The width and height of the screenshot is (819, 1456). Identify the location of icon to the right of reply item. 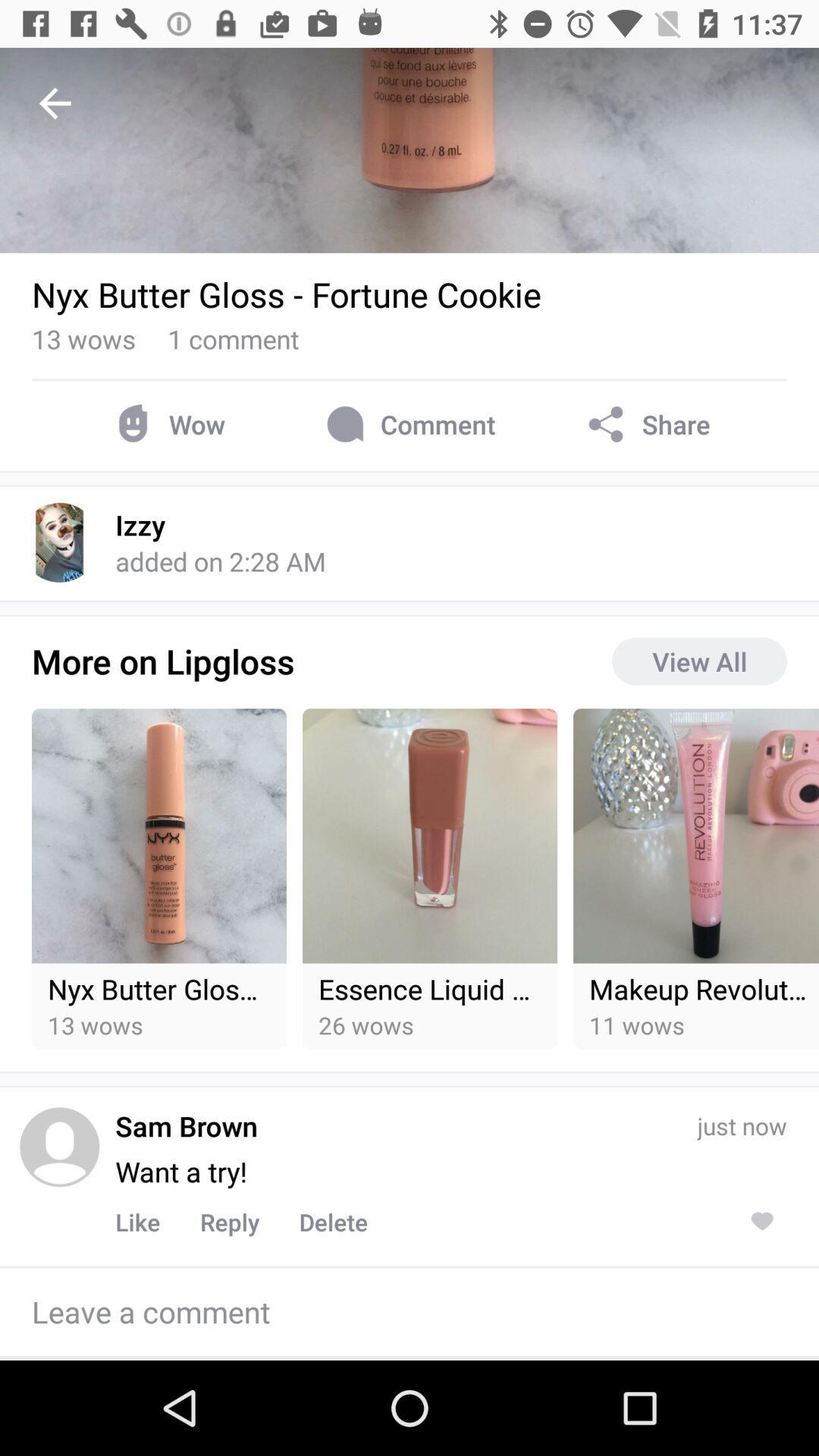
(332, 1222).